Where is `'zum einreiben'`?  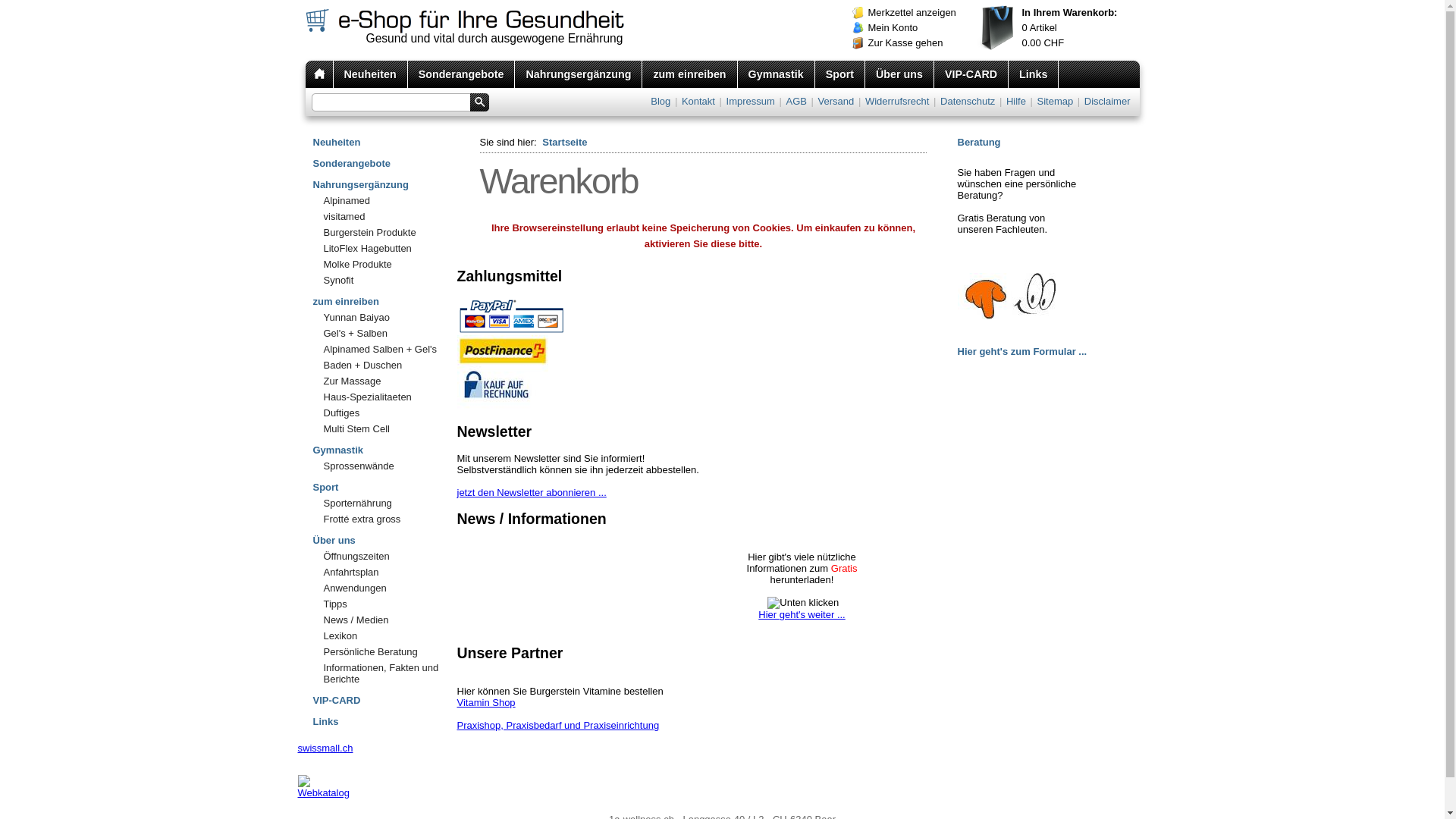 'zum einreiben' is located at coordinates (384, 298).